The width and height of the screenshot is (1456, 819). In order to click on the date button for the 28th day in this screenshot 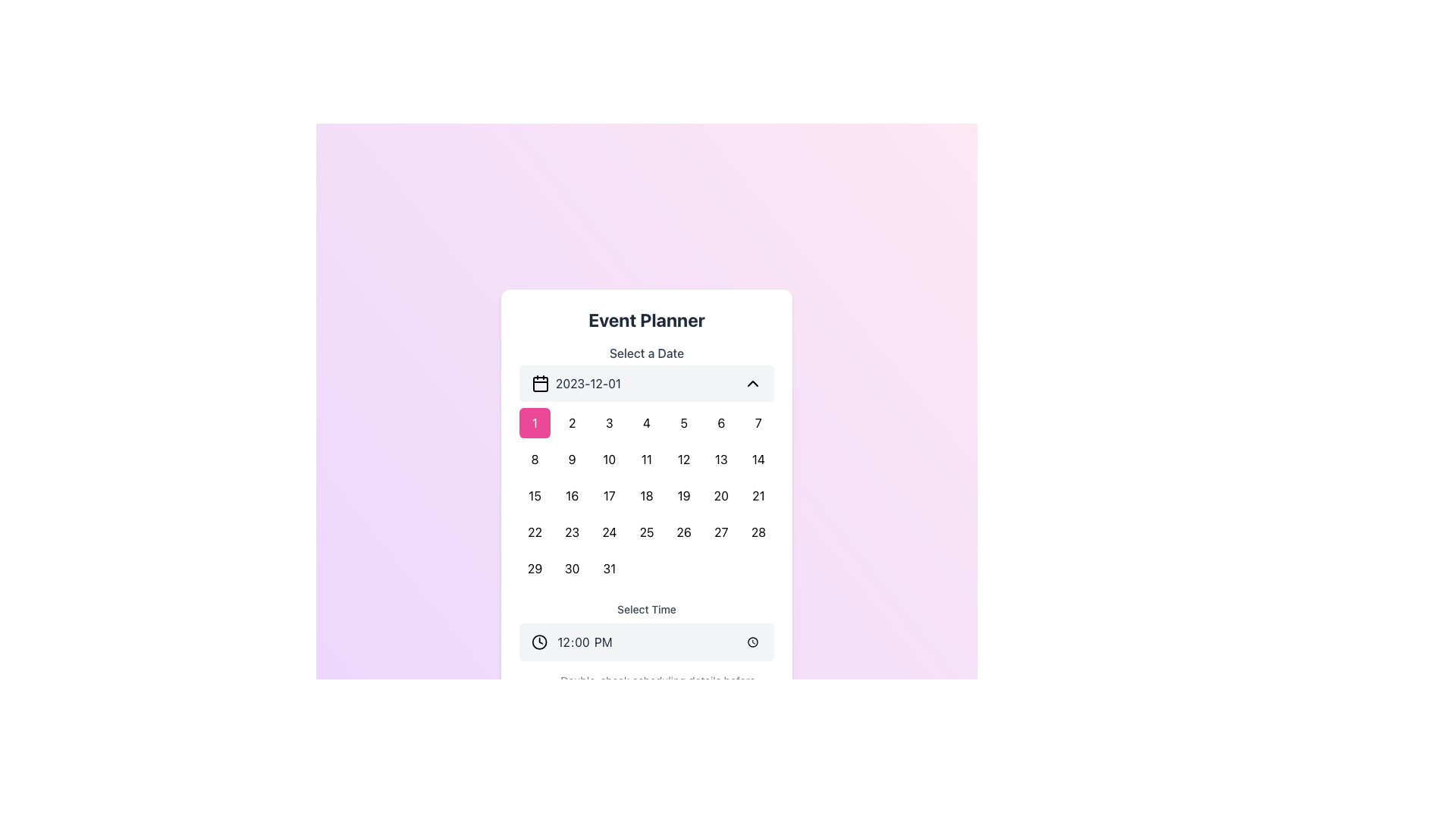, I will do `click(758, 532)`.